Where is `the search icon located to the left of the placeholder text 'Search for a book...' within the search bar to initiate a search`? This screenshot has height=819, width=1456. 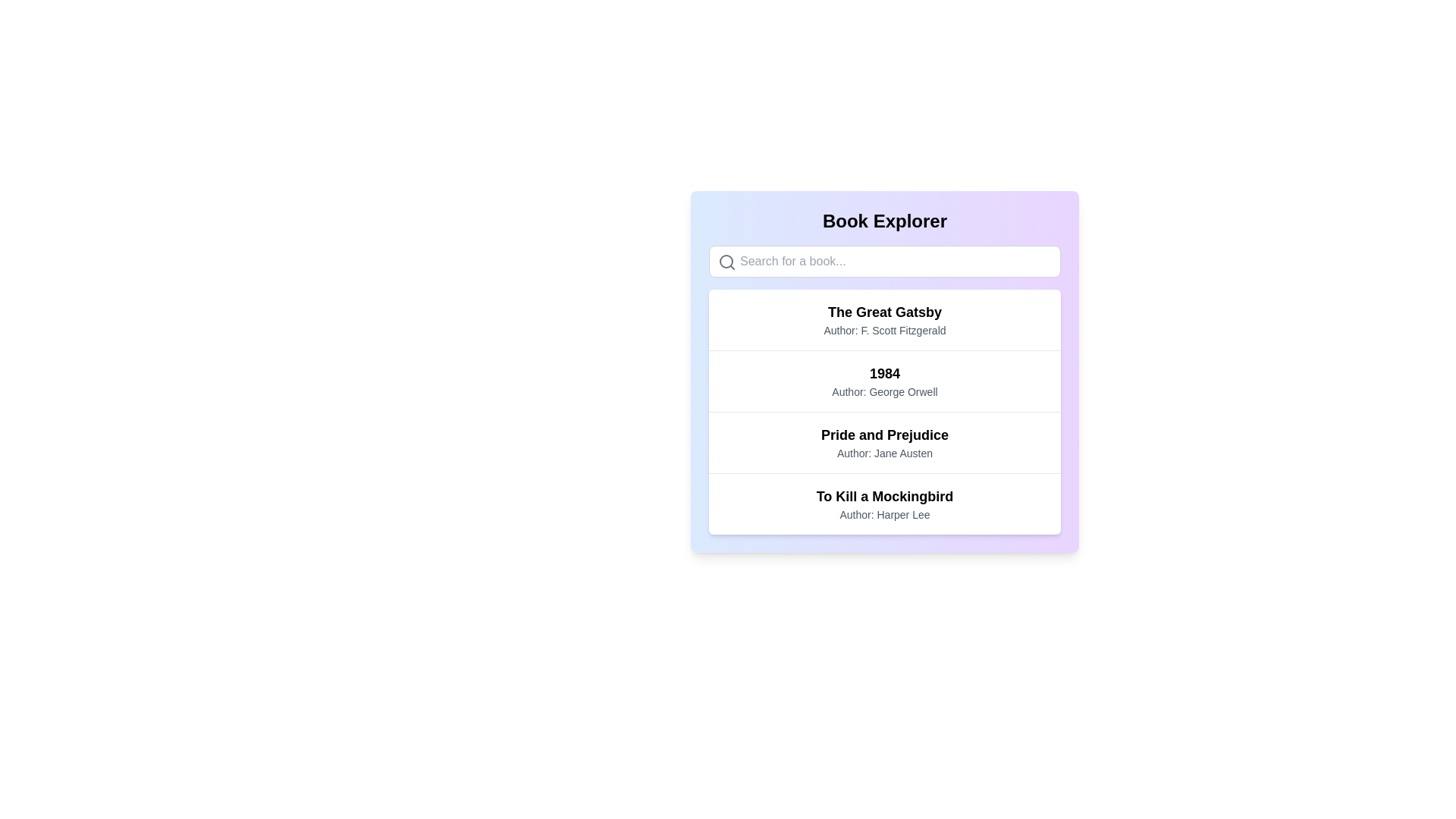
the search icon located to the left of the placeholder text 'Search for a book...' within the search bar to initiate a search is located at coordinates (726, 262).